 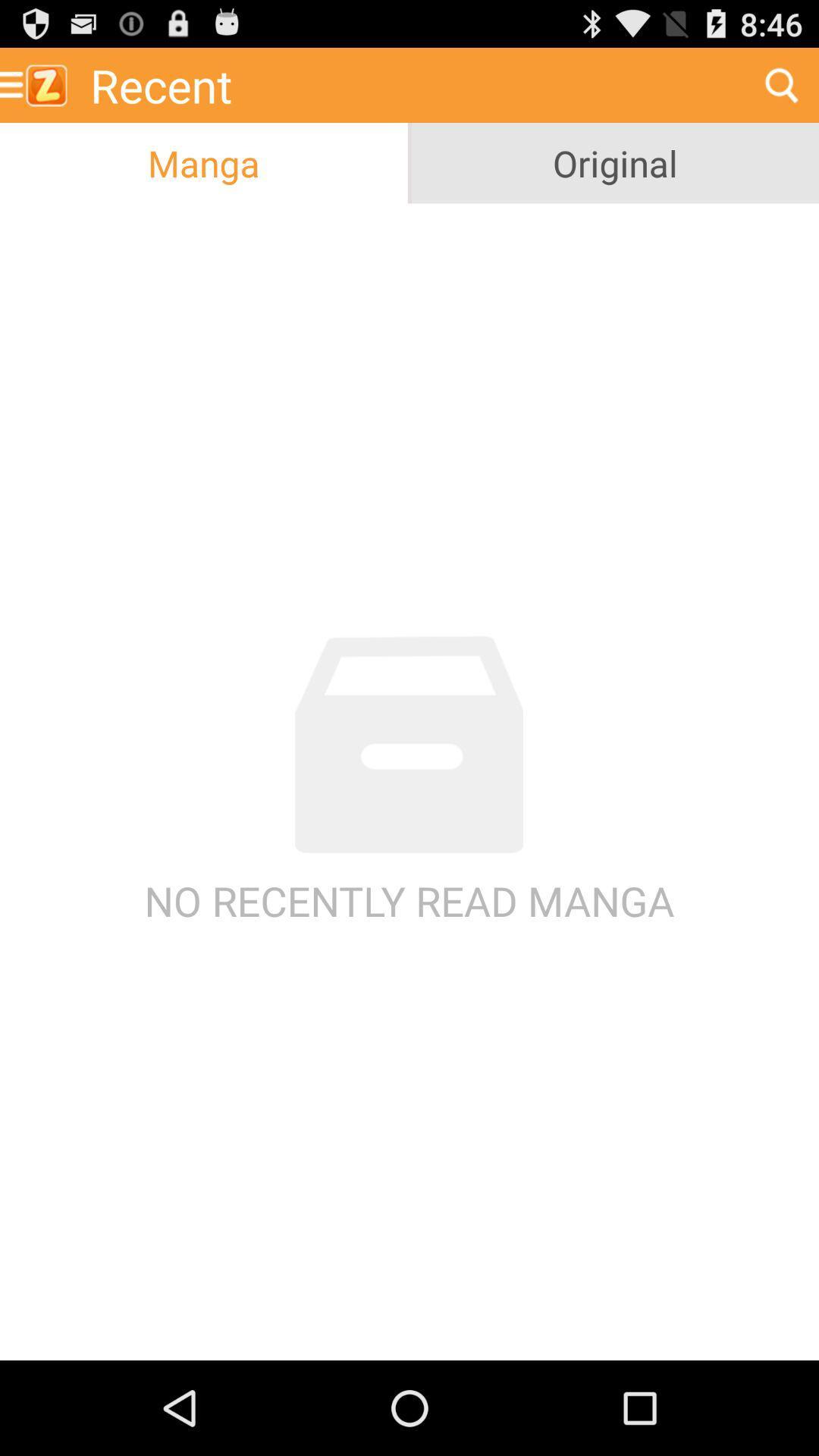 What do you see at coordinates (412, 84) in the screenshot?
I see `the recent` at bounding box center [412, 84].